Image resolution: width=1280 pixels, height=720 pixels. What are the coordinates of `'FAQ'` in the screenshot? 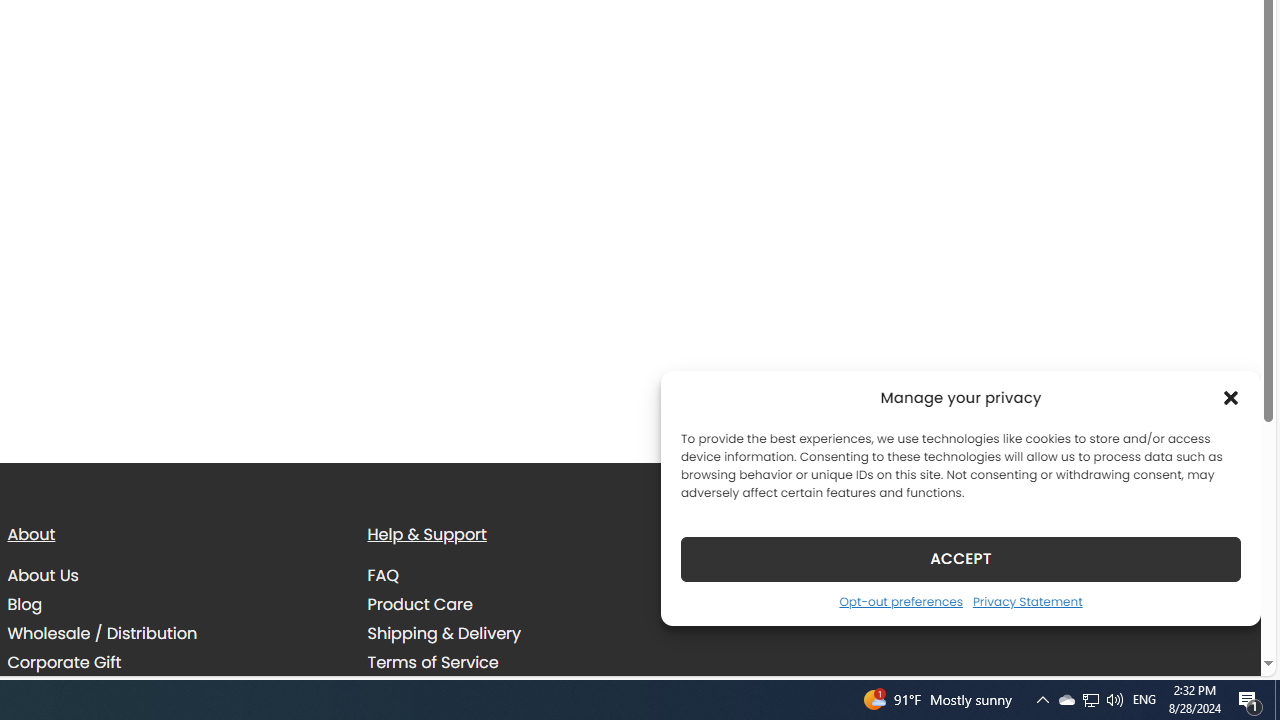 It's located at (383, 576).